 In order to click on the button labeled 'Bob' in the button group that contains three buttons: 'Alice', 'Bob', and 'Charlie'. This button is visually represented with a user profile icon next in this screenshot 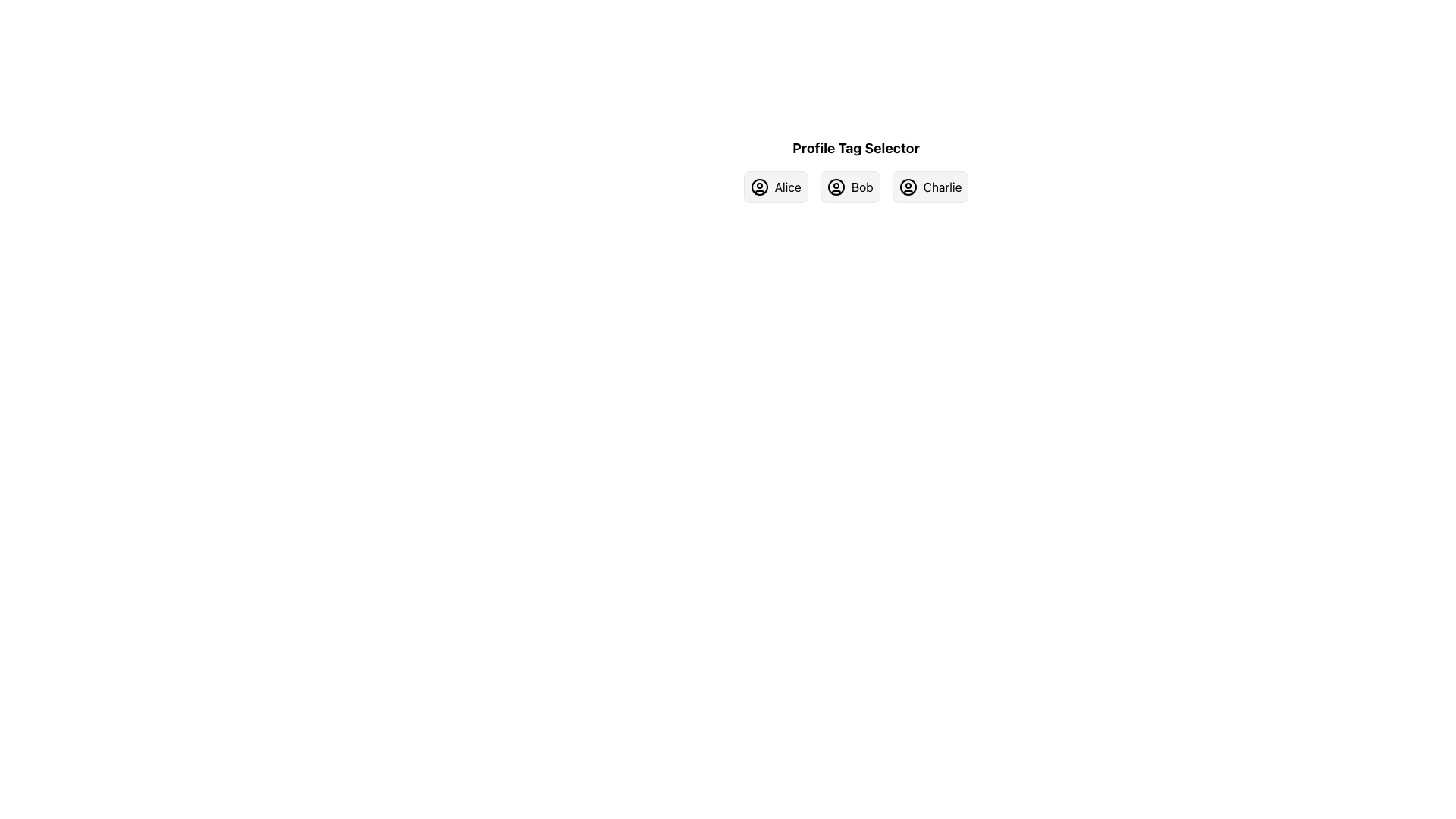, I will do `click(855, 186)`.